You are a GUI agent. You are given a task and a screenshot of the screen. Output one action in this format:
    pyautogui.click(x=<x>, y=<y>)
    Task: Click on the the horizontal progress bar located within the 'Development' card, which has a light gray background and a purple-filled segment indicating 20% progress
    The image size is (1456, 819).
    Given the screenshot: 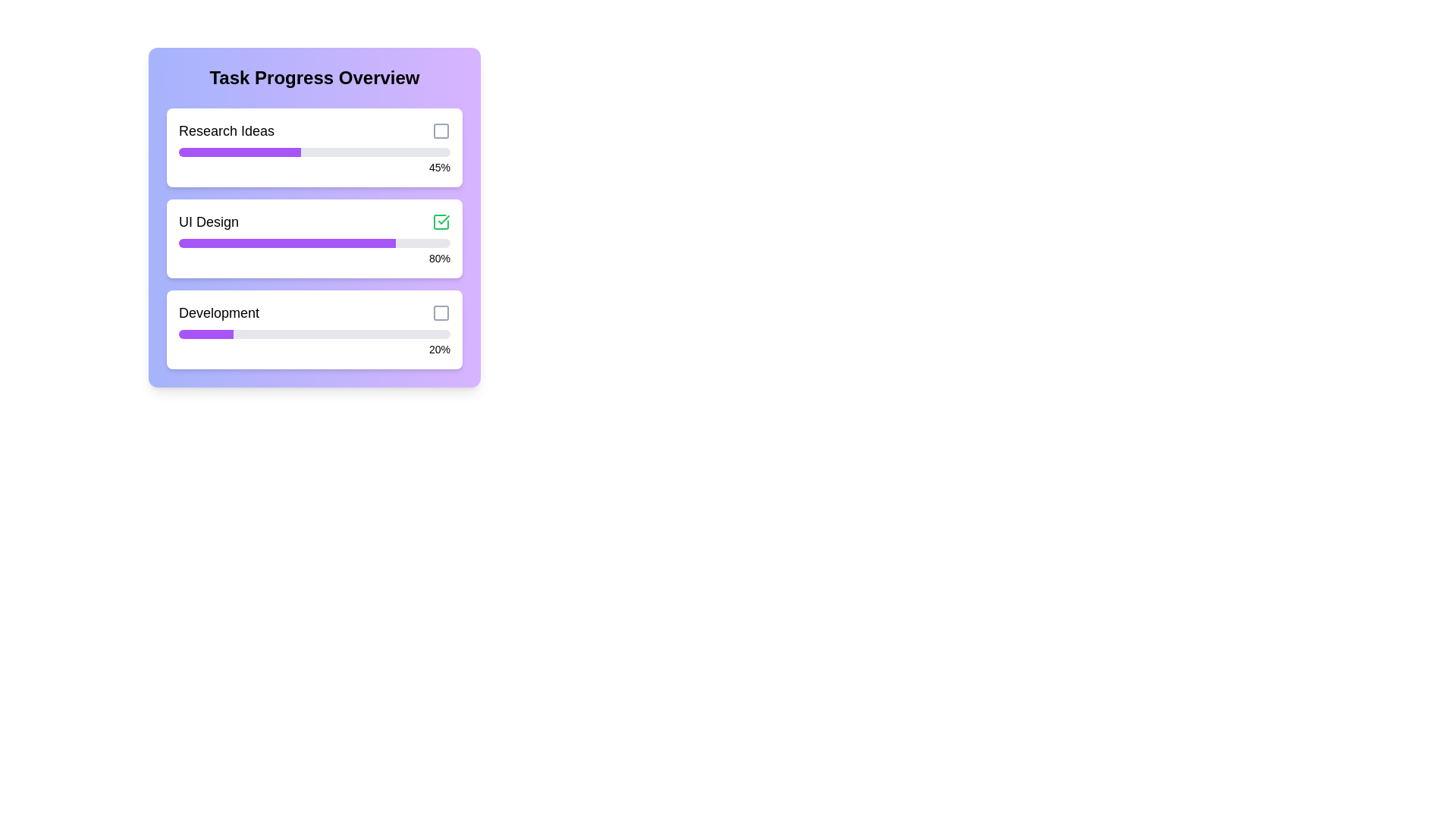 What is the action you would take?
    pyautogui.click(x=313, y=333)
    